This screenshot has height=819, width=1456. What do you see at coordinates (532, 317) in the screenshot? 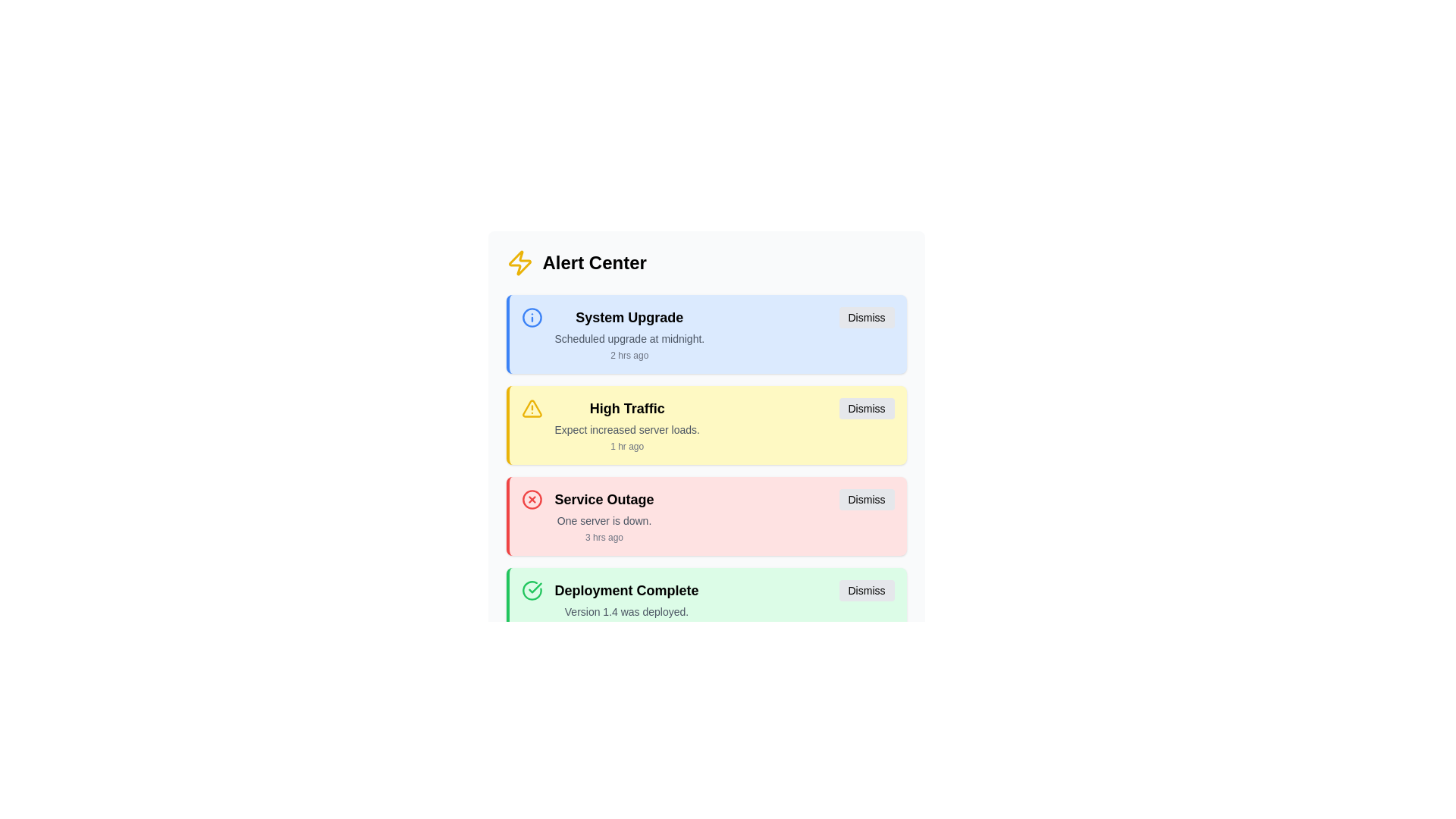
I see `the 'information' icon associated with the 'System Upgrade' notification message located in the blue-highlighted notification card at the top of the notification list` at bounding box center [532, 317].